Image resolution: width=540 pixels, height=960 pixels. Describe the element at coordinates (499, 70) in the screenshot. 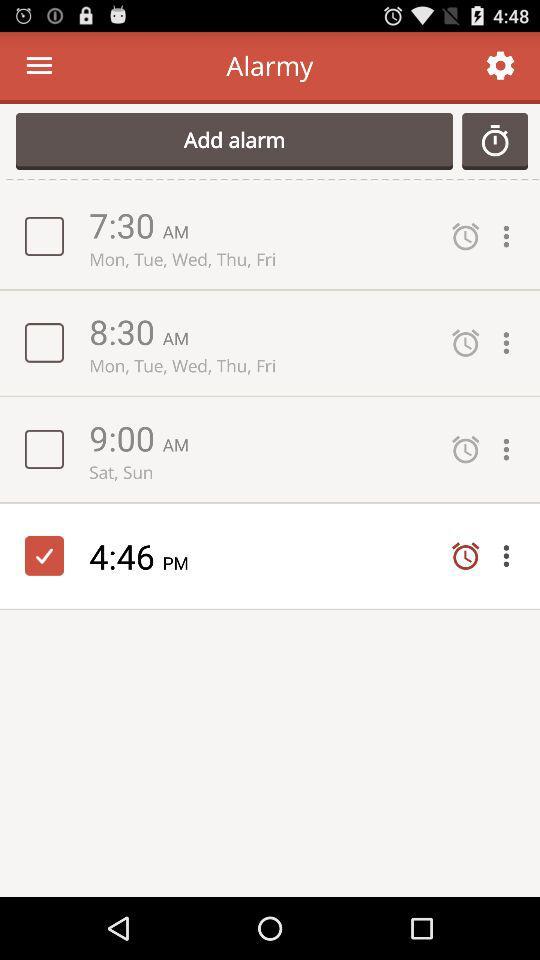

I see `the settings icon` at that location.